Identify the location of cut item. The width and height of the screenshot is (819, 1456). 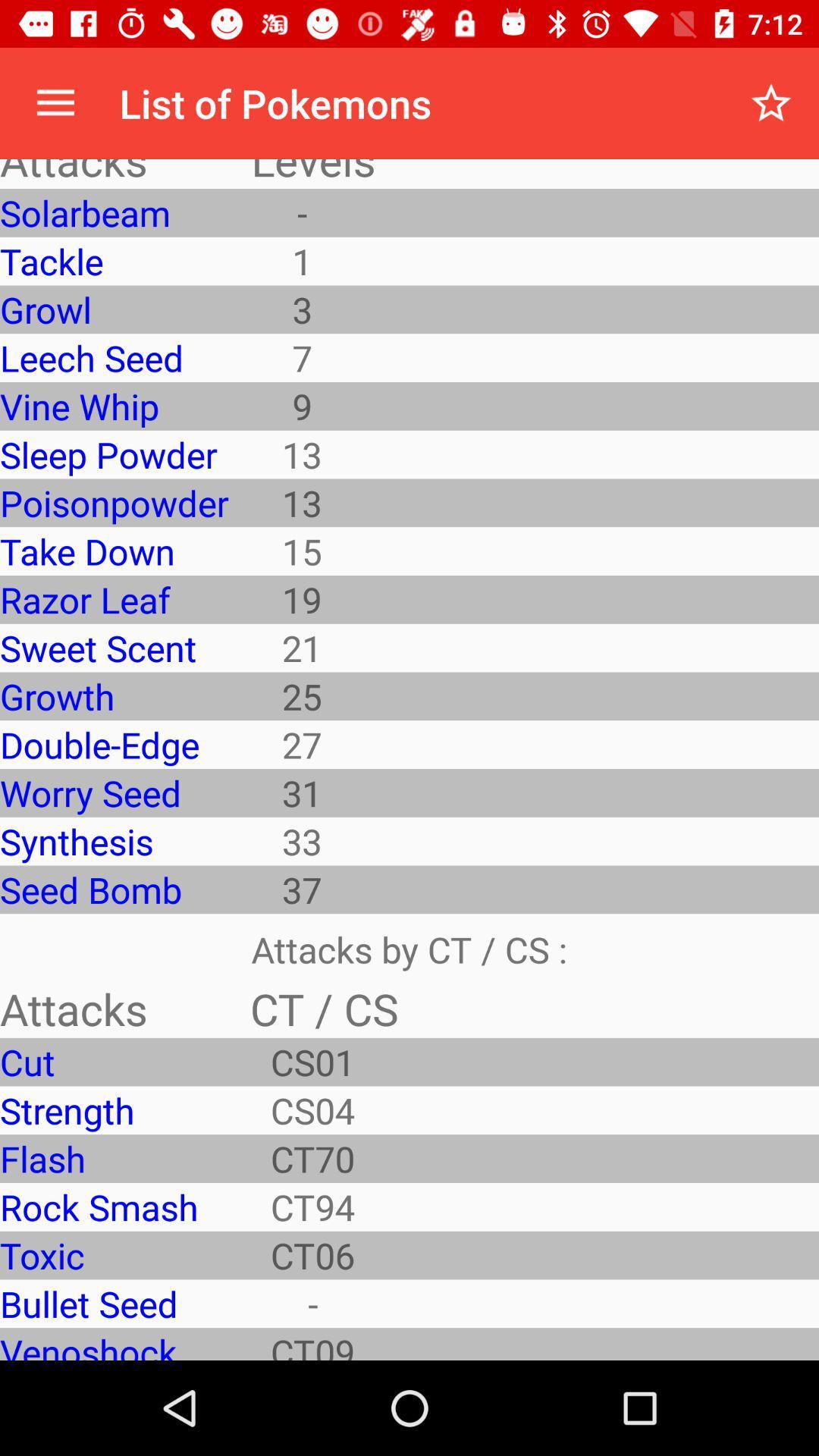
(113, 1061).